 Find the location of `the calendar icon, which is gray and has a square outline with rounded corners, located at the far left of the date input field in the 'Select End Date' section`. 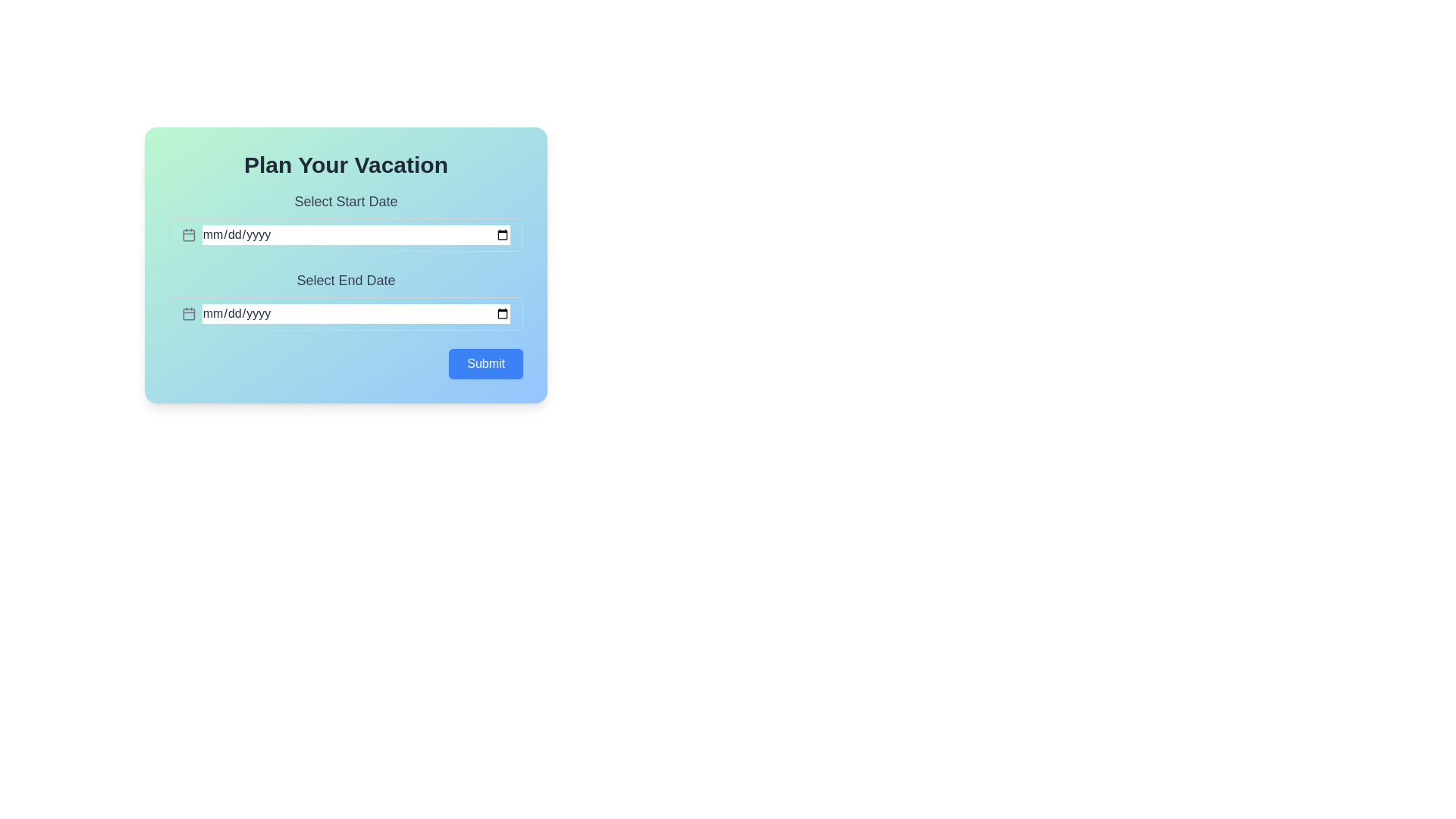

the calendar icon, which is gray and has a square outline with rounded corners, located at the far left of the date input field in the 'Select End Date' section is located at coordinates (188, 312).